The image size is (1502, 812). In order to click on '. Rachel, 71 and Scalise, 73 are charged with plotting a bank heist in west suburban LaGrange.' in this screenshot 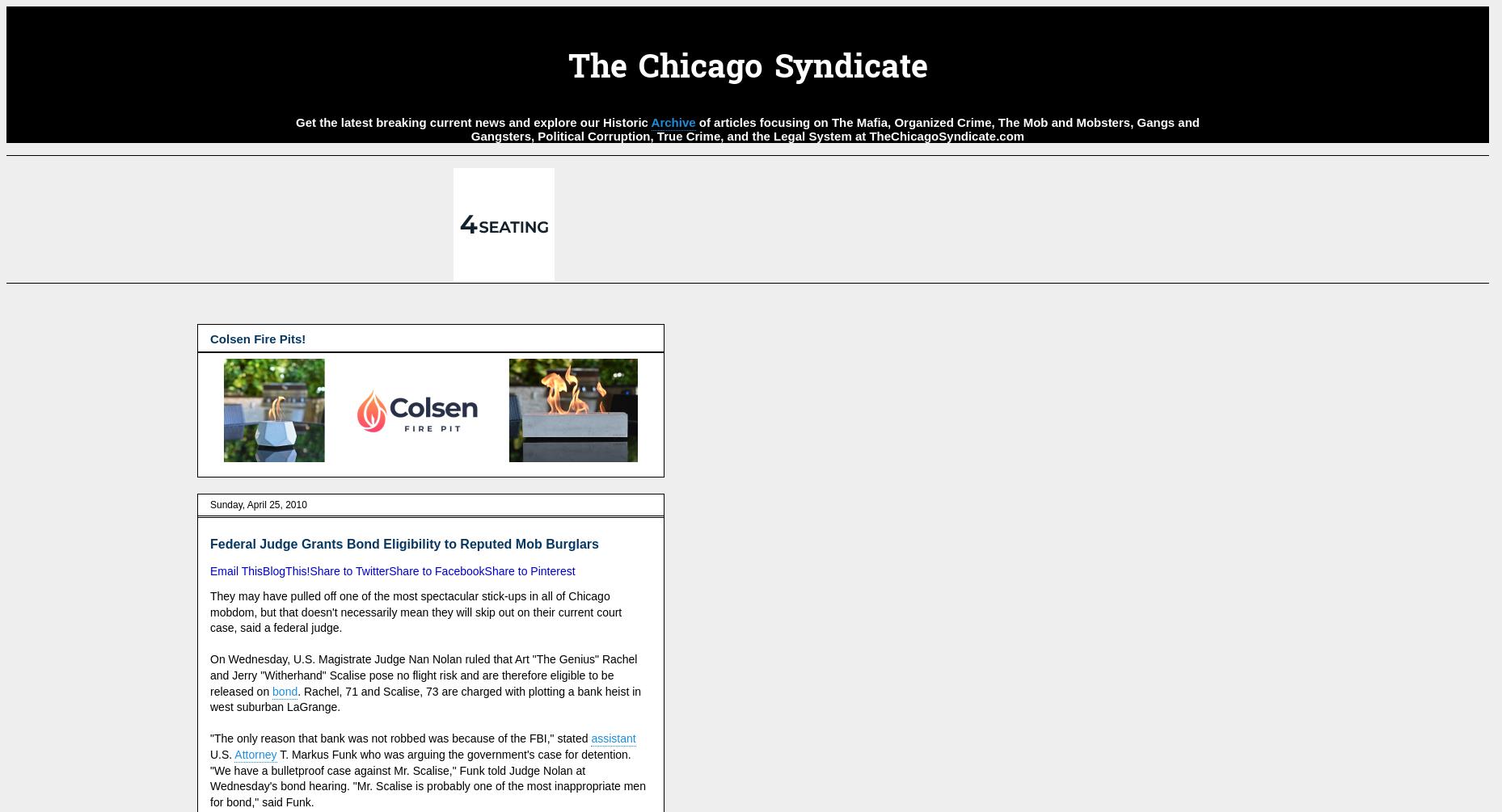, I will do `click(209, 698)`.